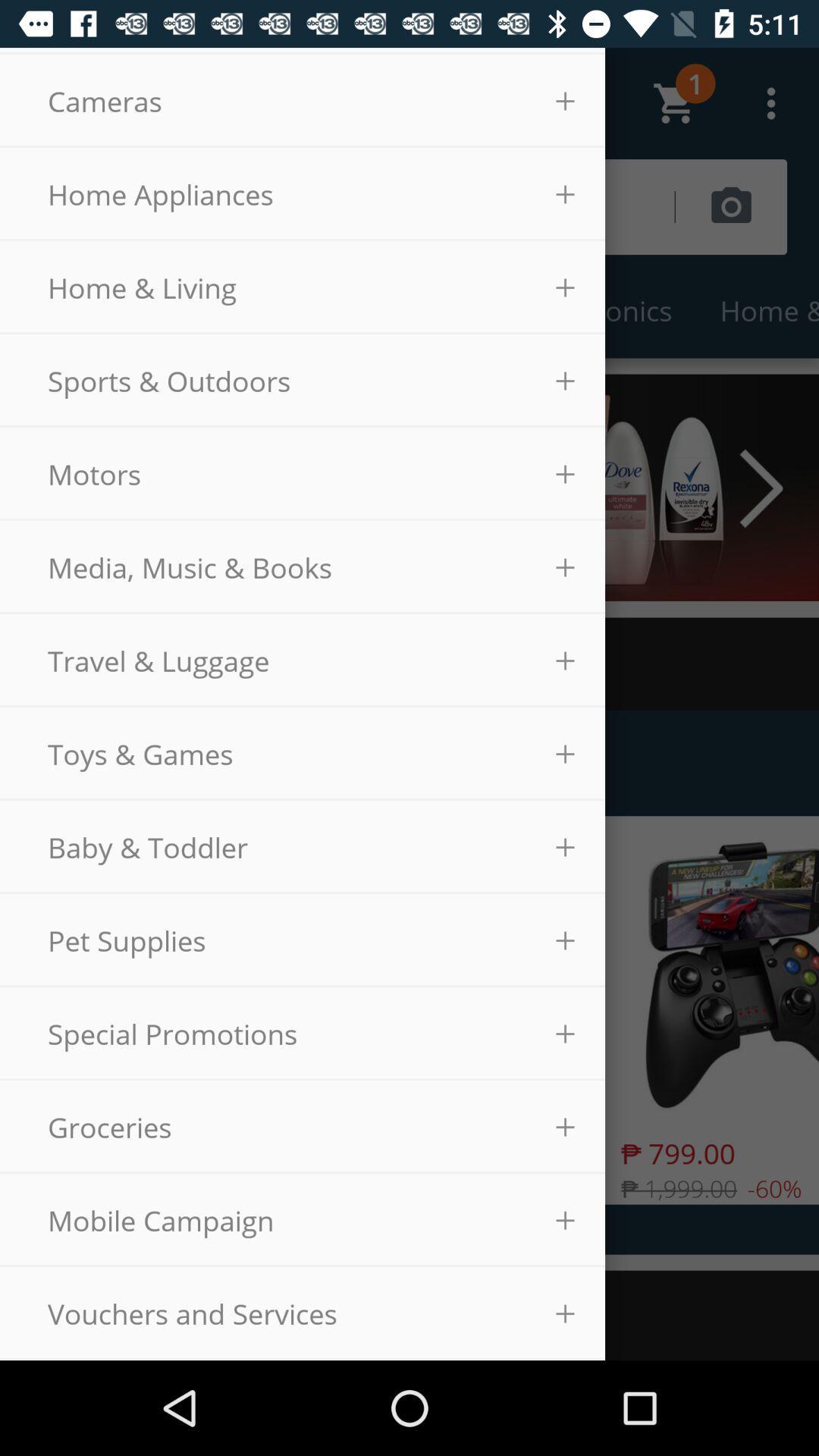  Describe the element at coordinates (565, 381) in the screenshot. I see `the plus symbol right to sports  outdoors` at that location.